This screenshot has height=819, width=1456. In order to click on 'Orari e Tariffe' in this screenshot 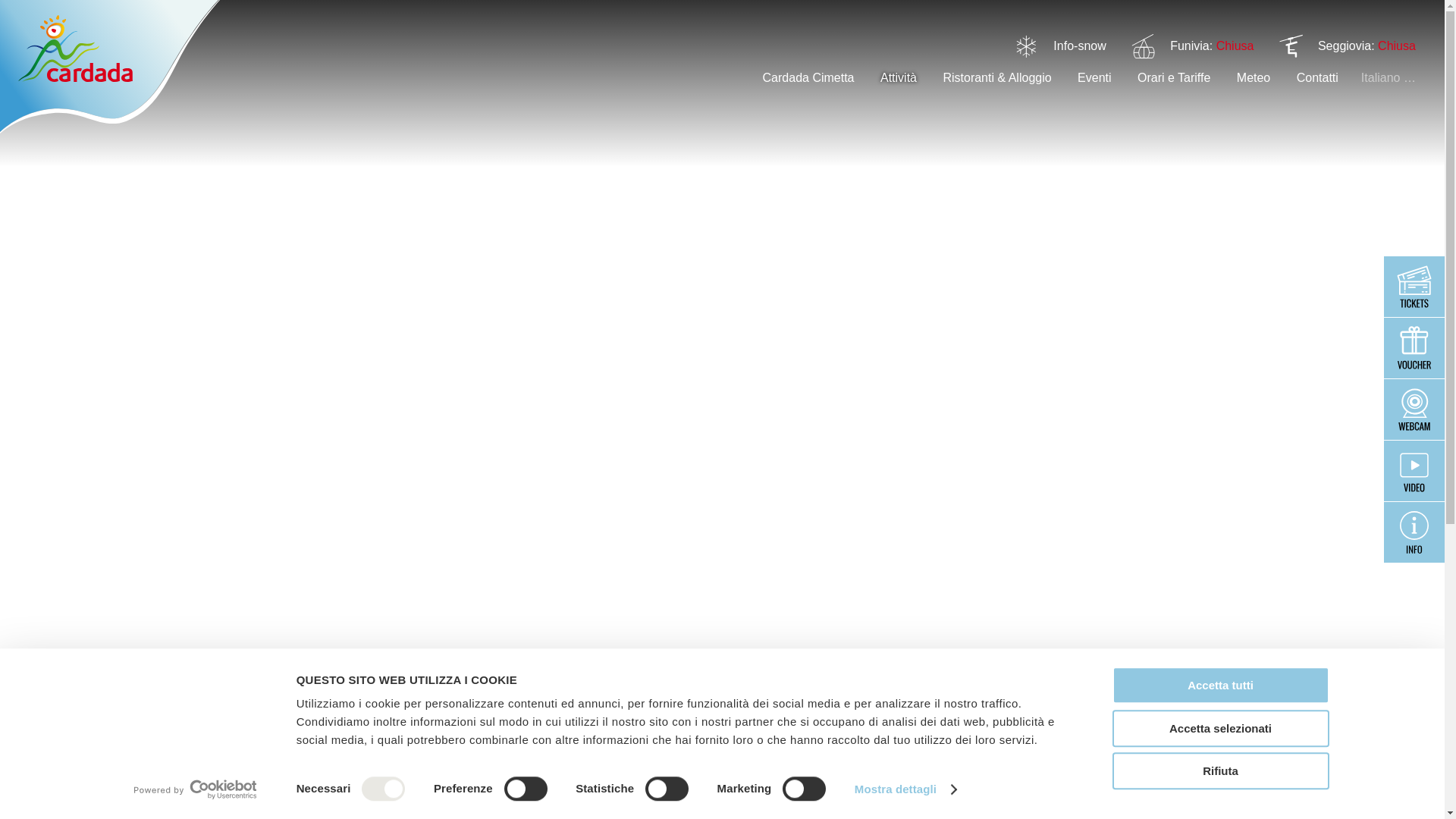, I will do `click(1137, 77)`.